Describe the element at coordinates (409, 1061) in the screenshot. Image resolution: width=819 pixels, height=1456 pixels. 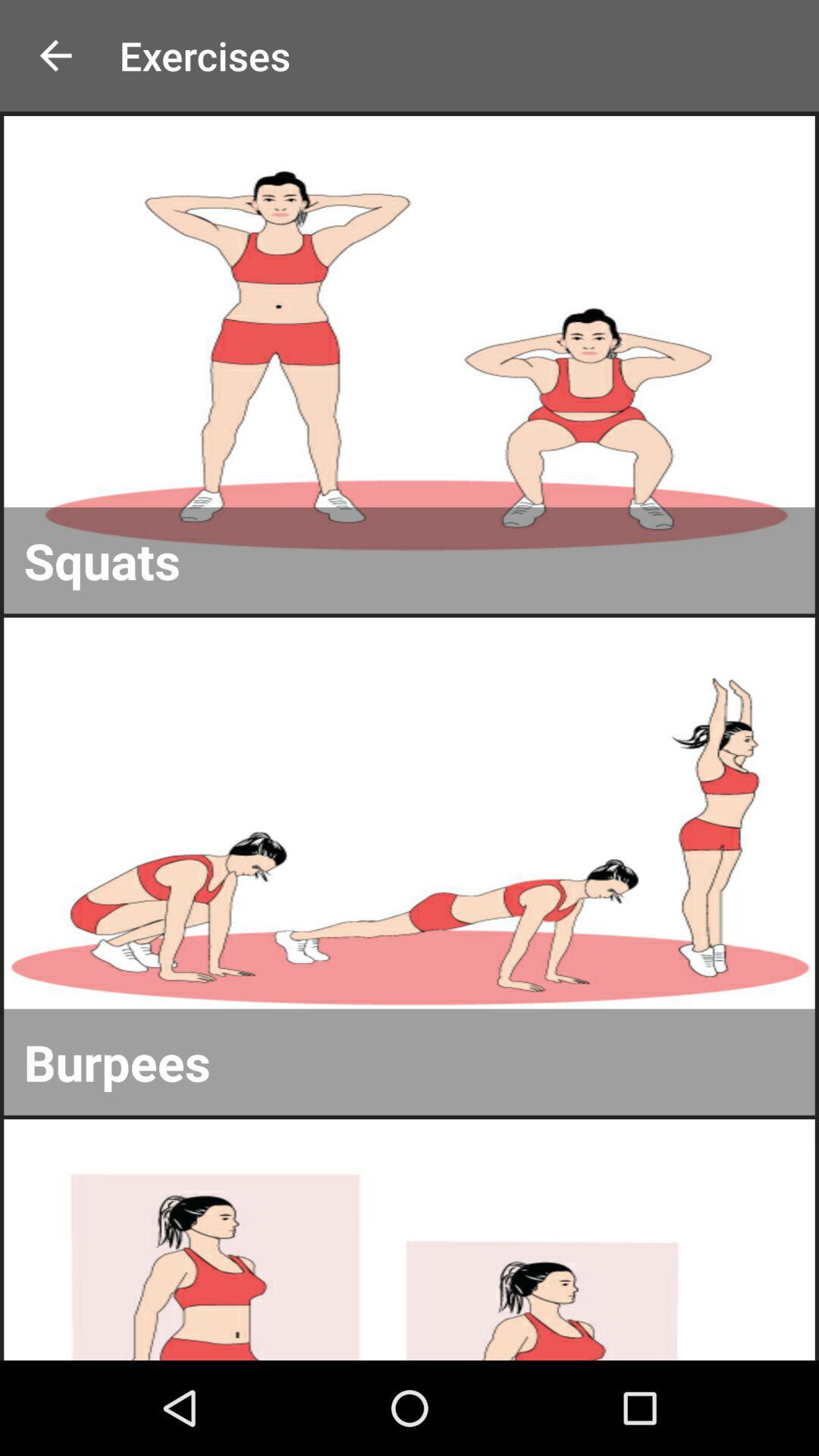
I see `the burpees item` at that location.